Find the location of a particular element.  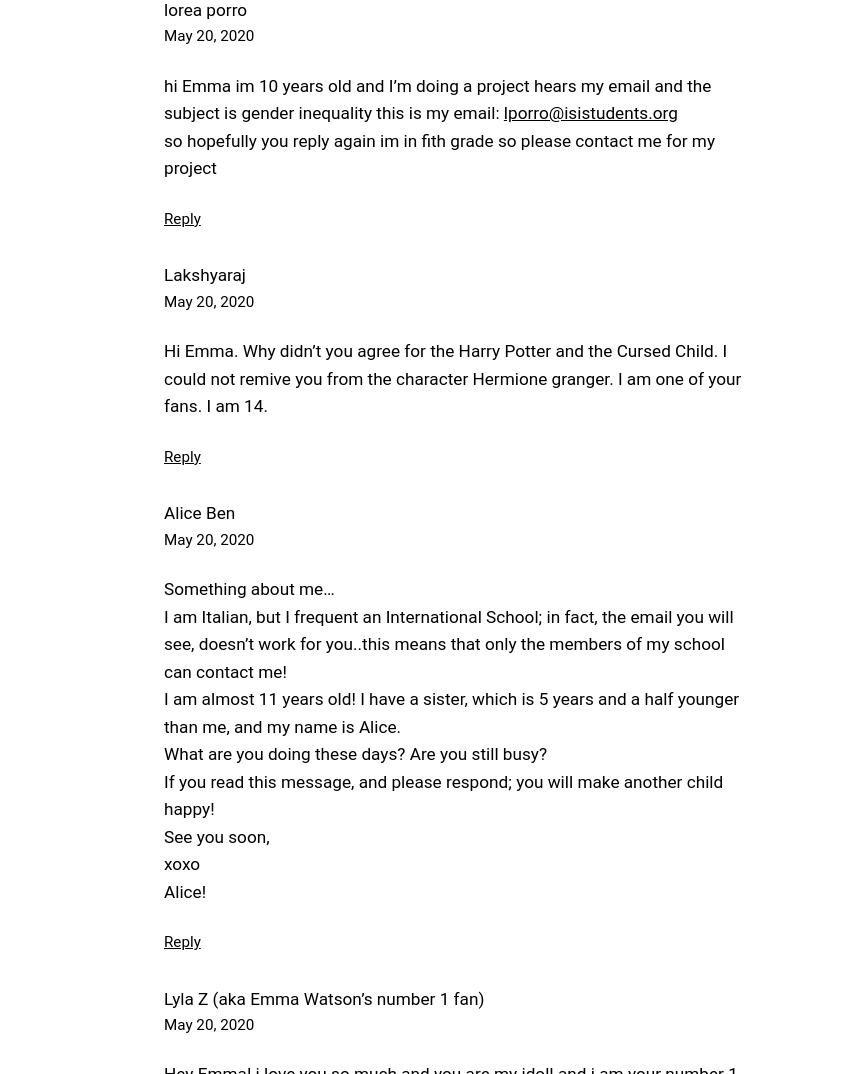

'I am almost 11 years old! I have a sister, which is 5 years and a half younger than me, and my name is Alice.' is located at coordinates (450, 712).